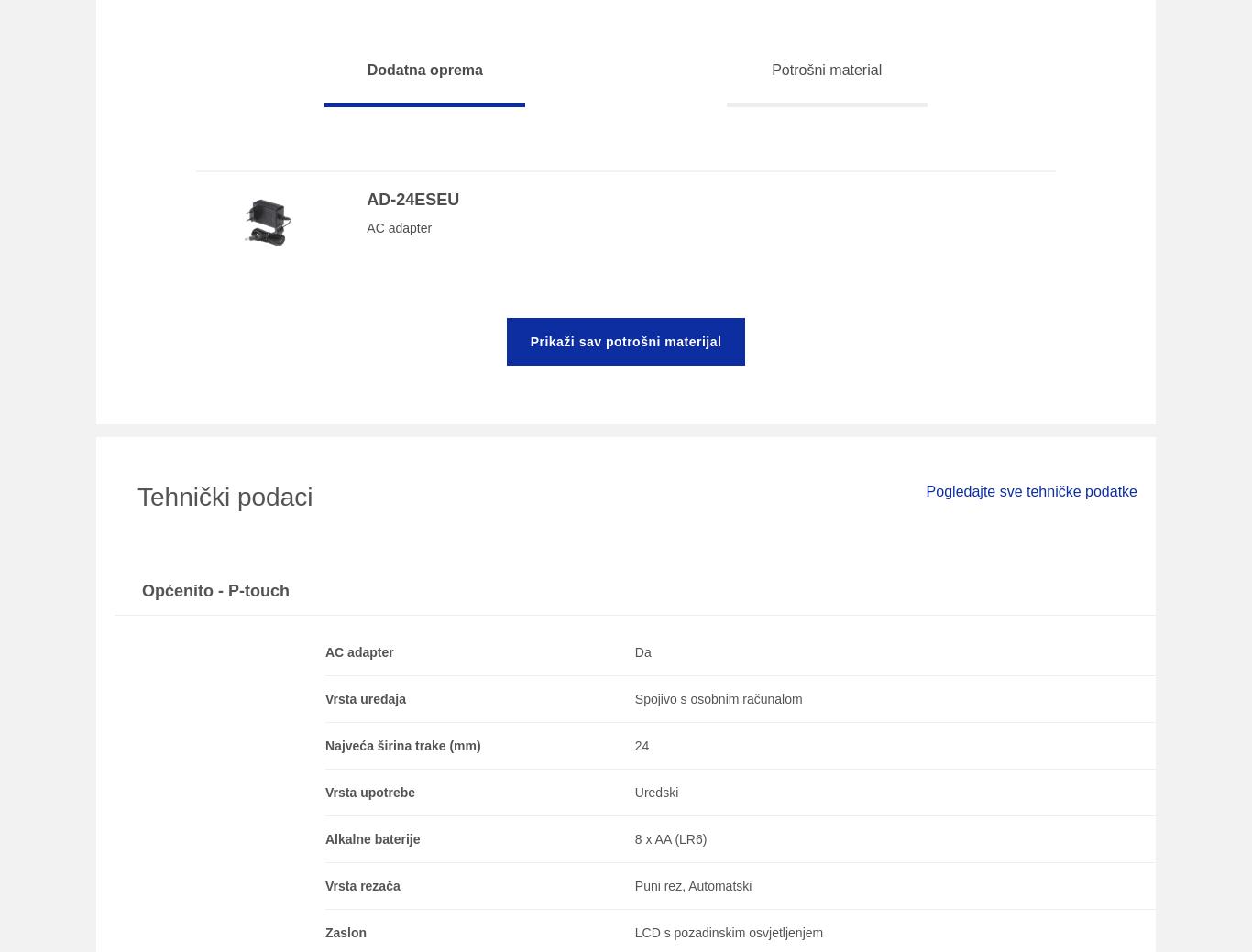 The image size is (1252, 952). What do you see at coordinates (150, 308) in the screenshot?
I see `'PT-2730VP'` at bounding box center [150, 308].